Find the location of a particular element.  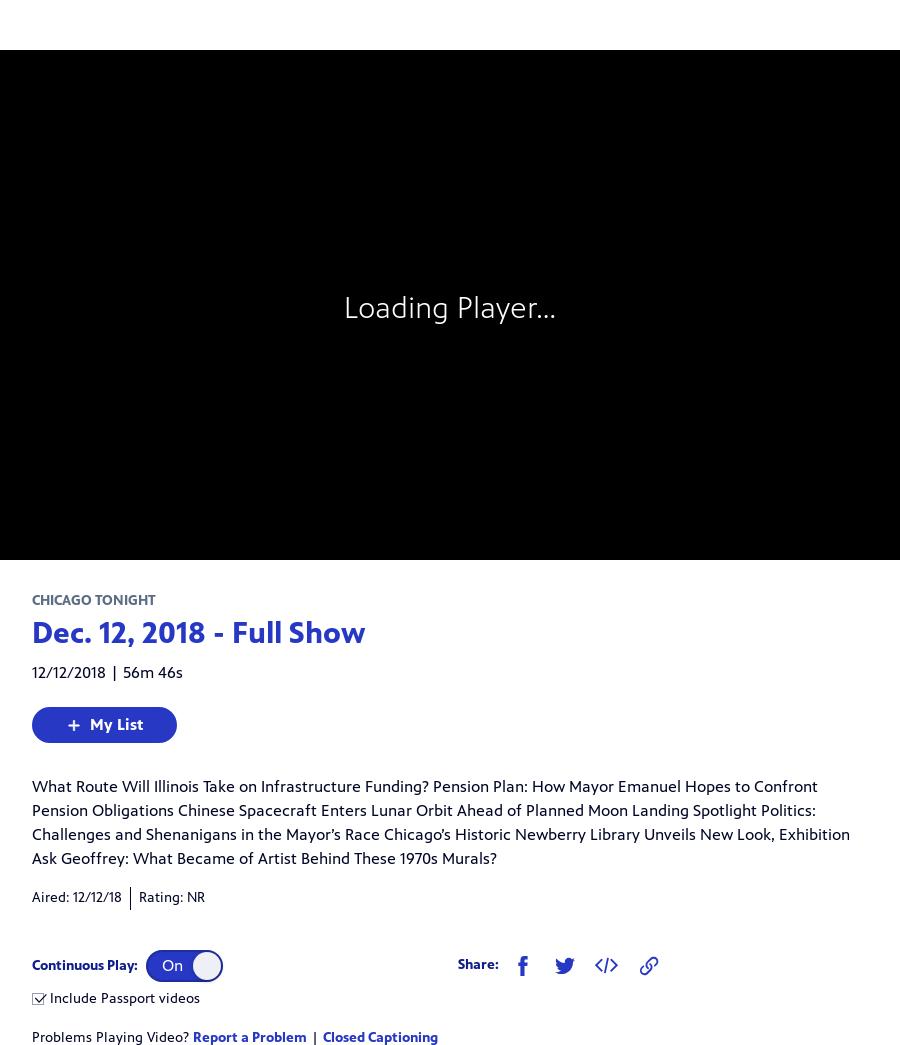

'Shows' is located at coordinates (60, 208).